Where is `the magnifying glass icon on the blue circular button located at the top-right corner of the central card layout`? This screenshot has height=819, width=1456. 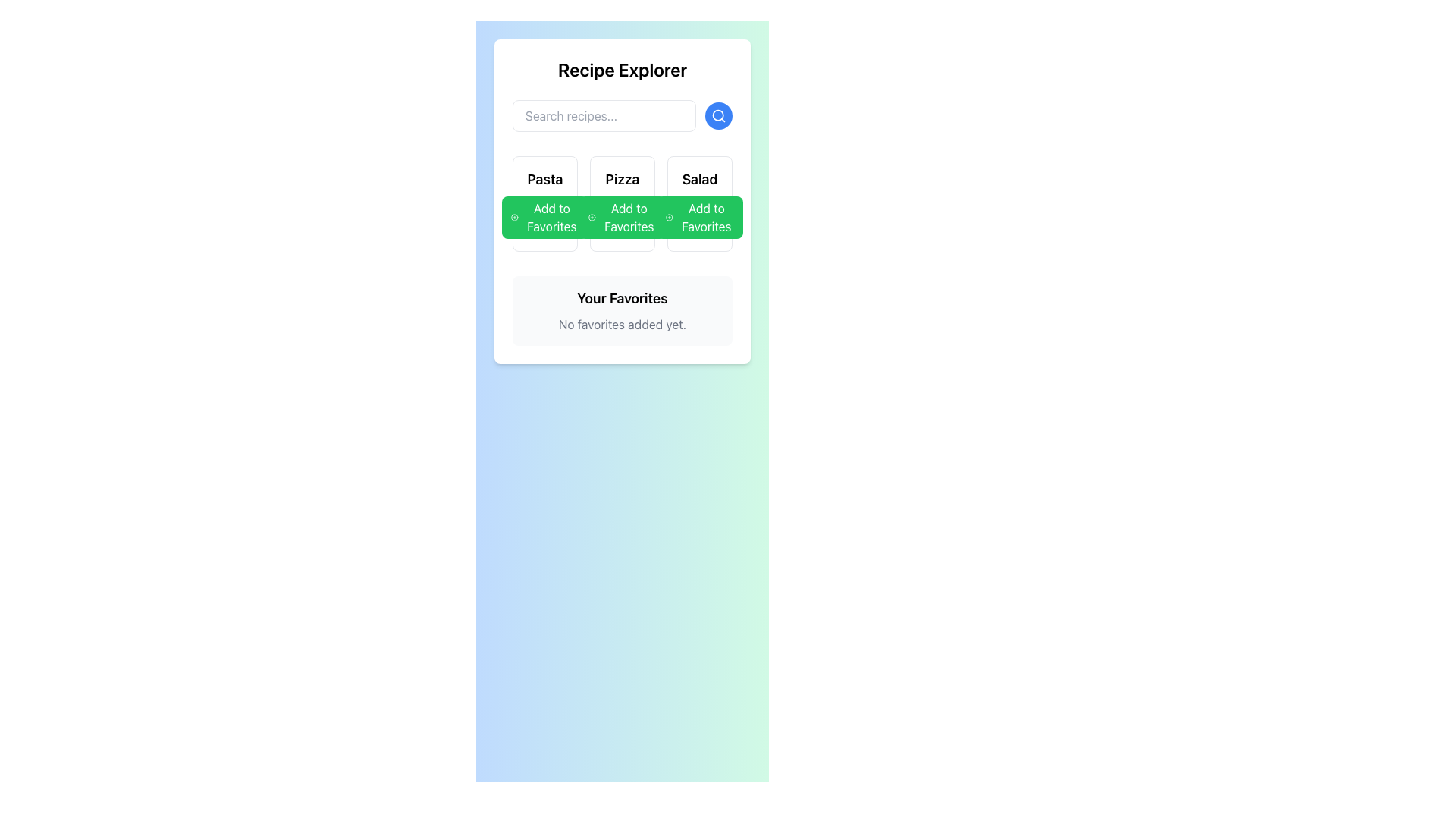 the magnifying glass icon on the blue circular button located at the top-right corner of the central card layout is located at coordinates (718, 115).